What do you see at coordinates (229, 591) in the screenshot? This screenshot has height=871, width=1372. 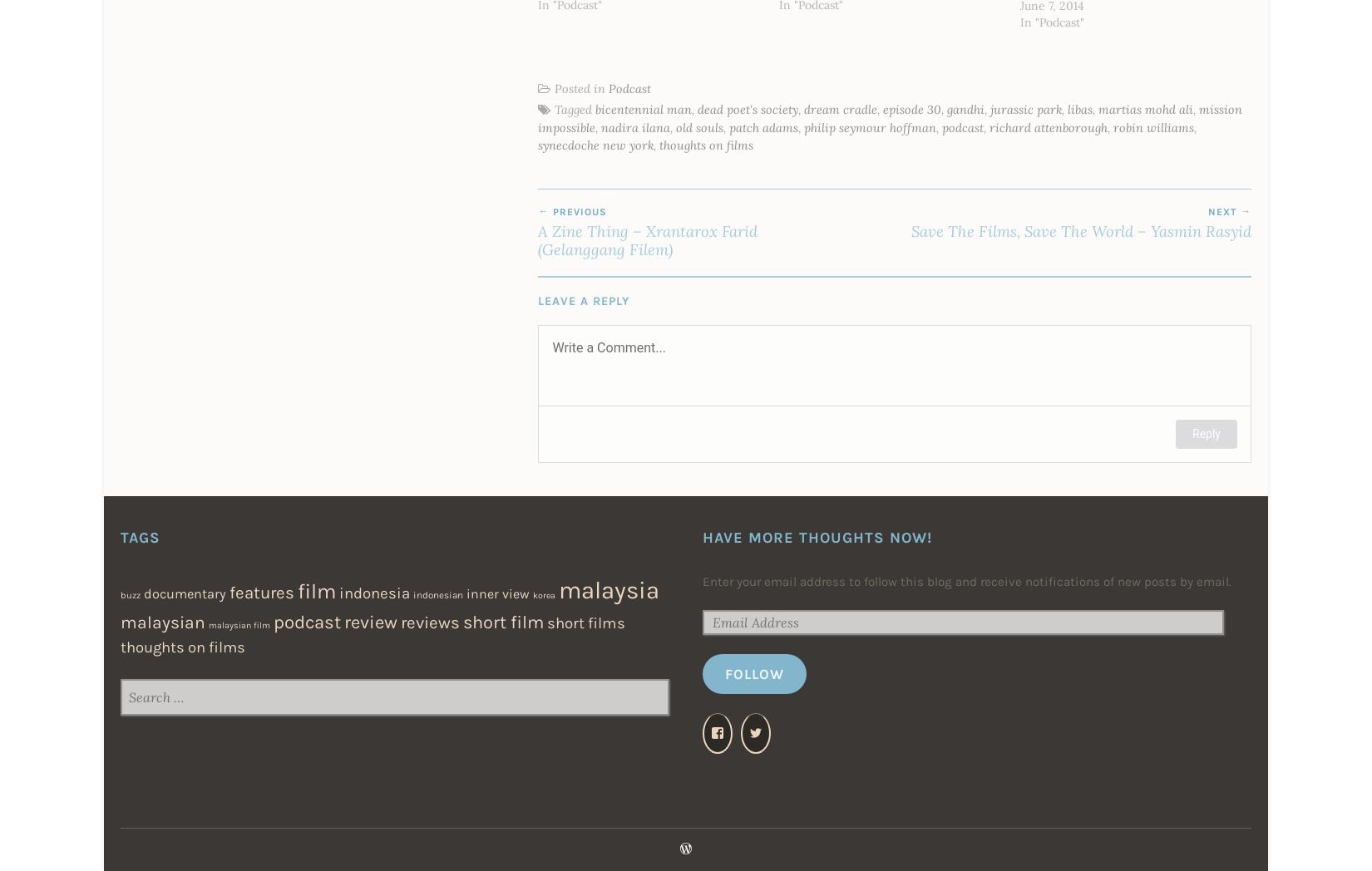 I see `'features'` at bounding box center [229, 591].